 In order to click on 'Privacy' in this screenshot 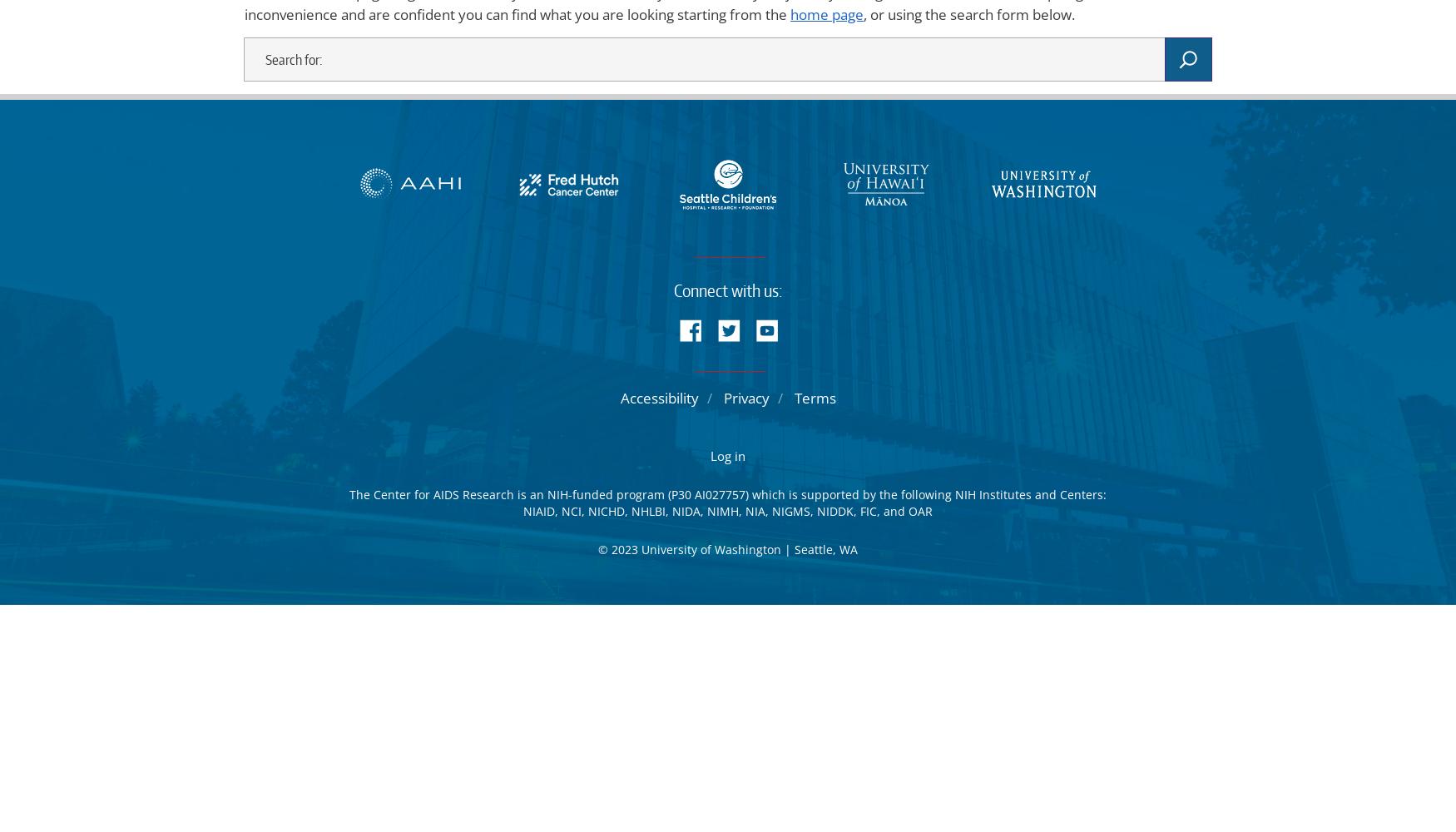, I will do `click(745, 397)`.